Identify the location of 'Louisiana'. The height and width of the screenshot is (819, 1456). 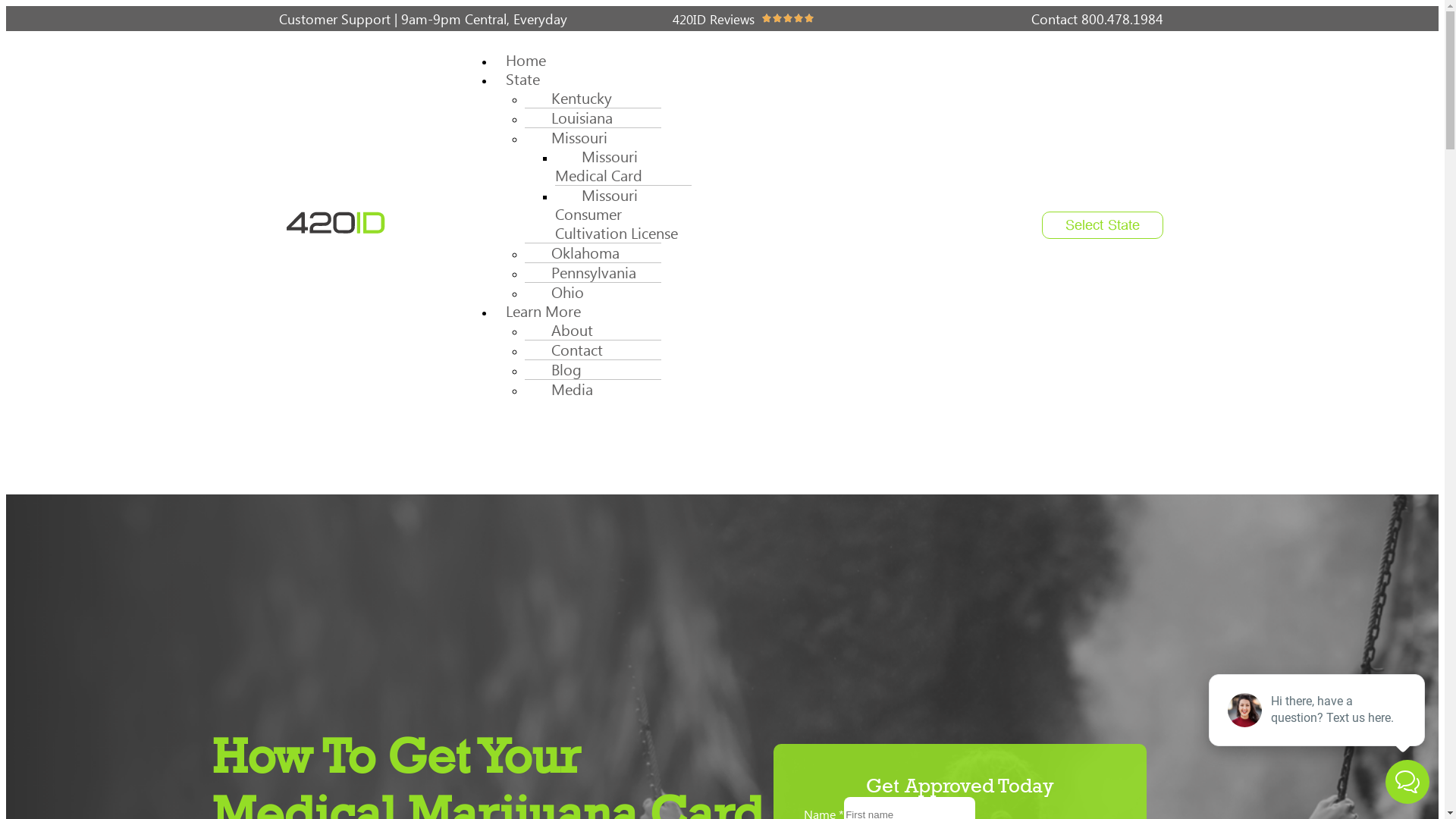
(524, 117).